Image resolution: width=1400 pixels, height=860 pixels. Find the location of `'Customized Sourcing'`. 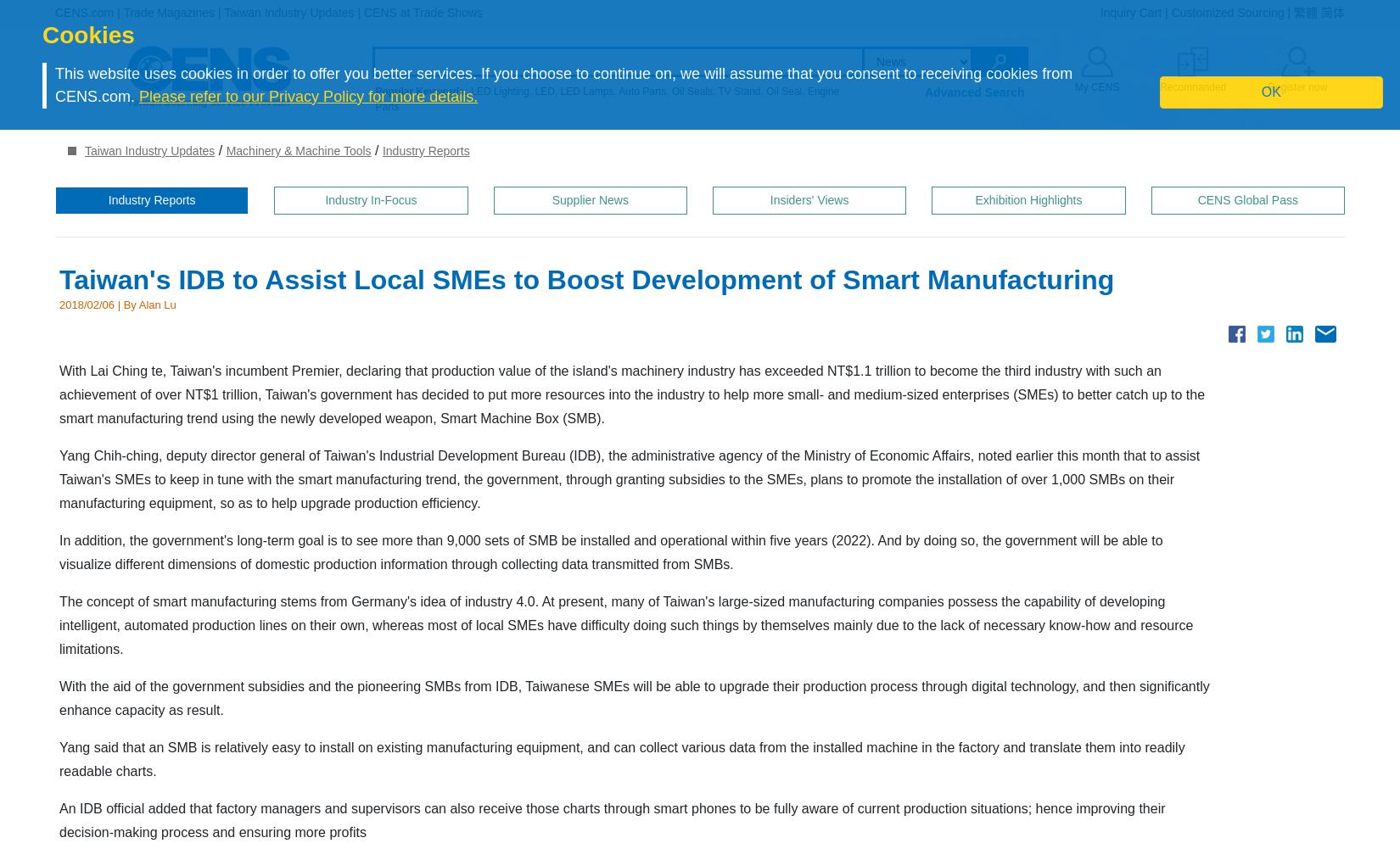

'Customized Sourcing' is located at coordinates (1226, 12).